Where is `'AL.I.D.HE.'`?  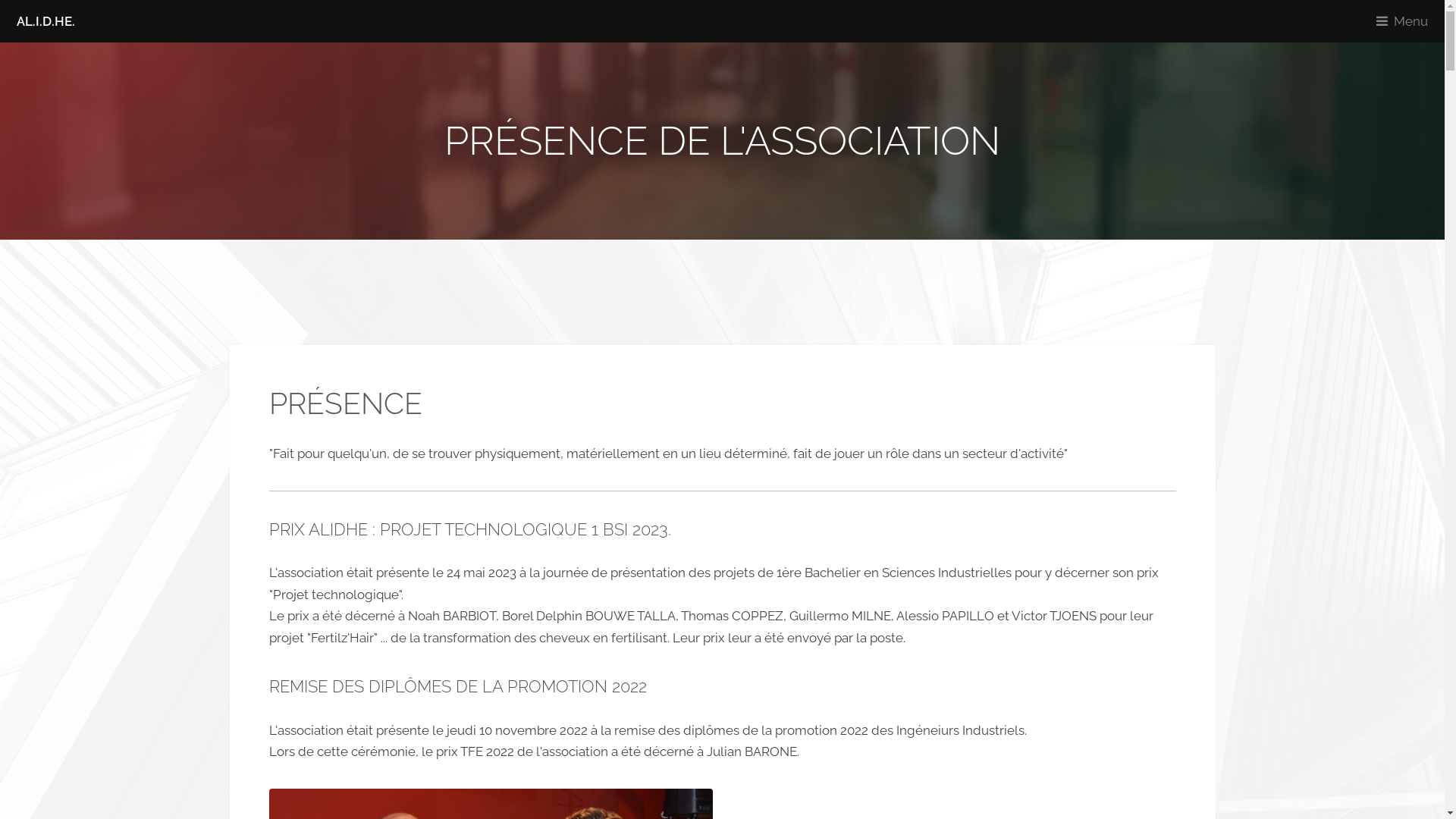 'AL.I.D.HE.' is located at coordinates (45, 20).